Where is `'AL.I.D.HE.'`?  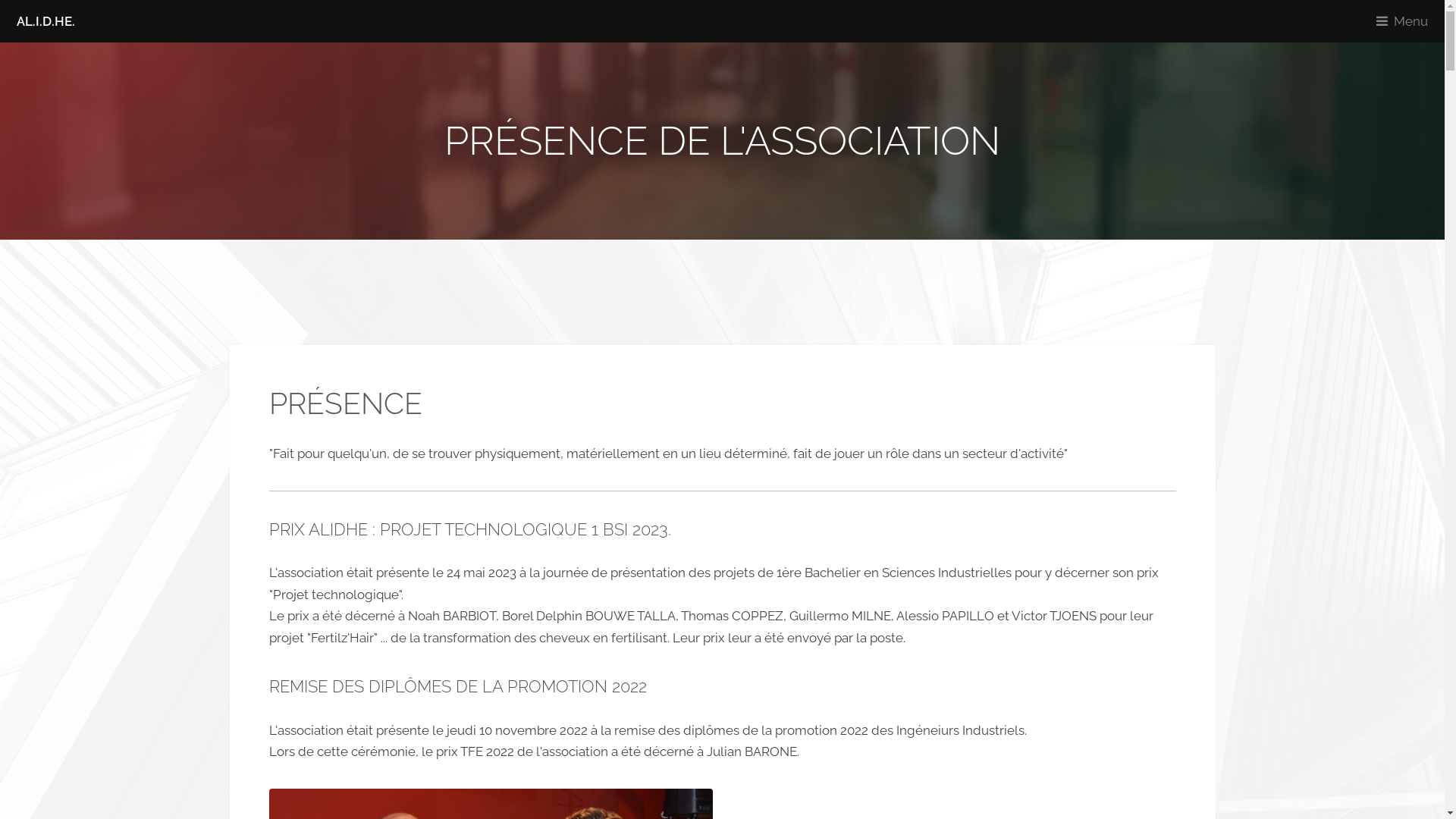 'AL.I.D.HE.' is located at coordinates (45, 20).